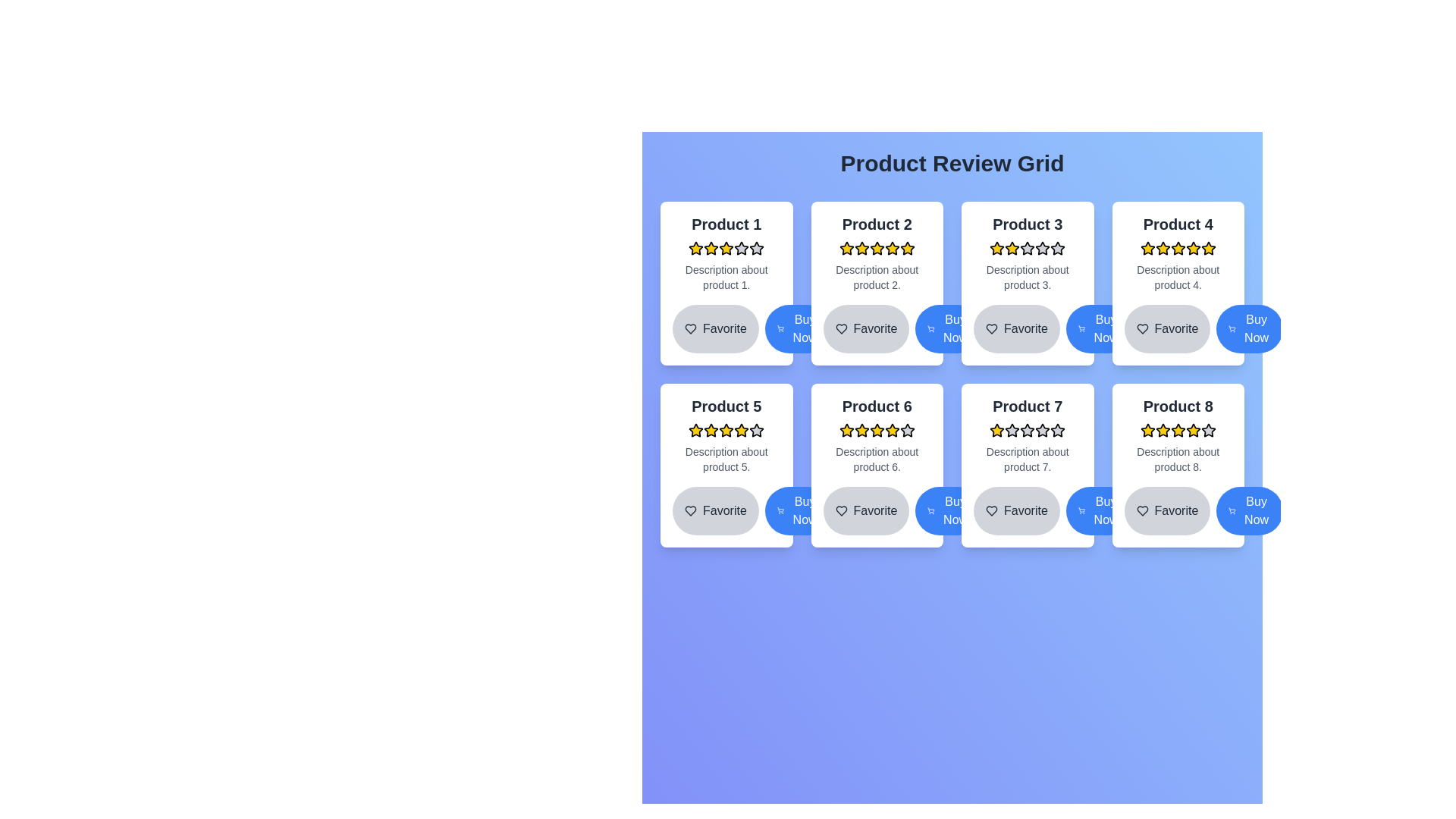 This screenshot has height=819, width=1456. Describe the element at coordinates (726, 224) in the screenshot. I see `the product title text located in the top-left corner of the product card, above the rating section and product description` at that location.